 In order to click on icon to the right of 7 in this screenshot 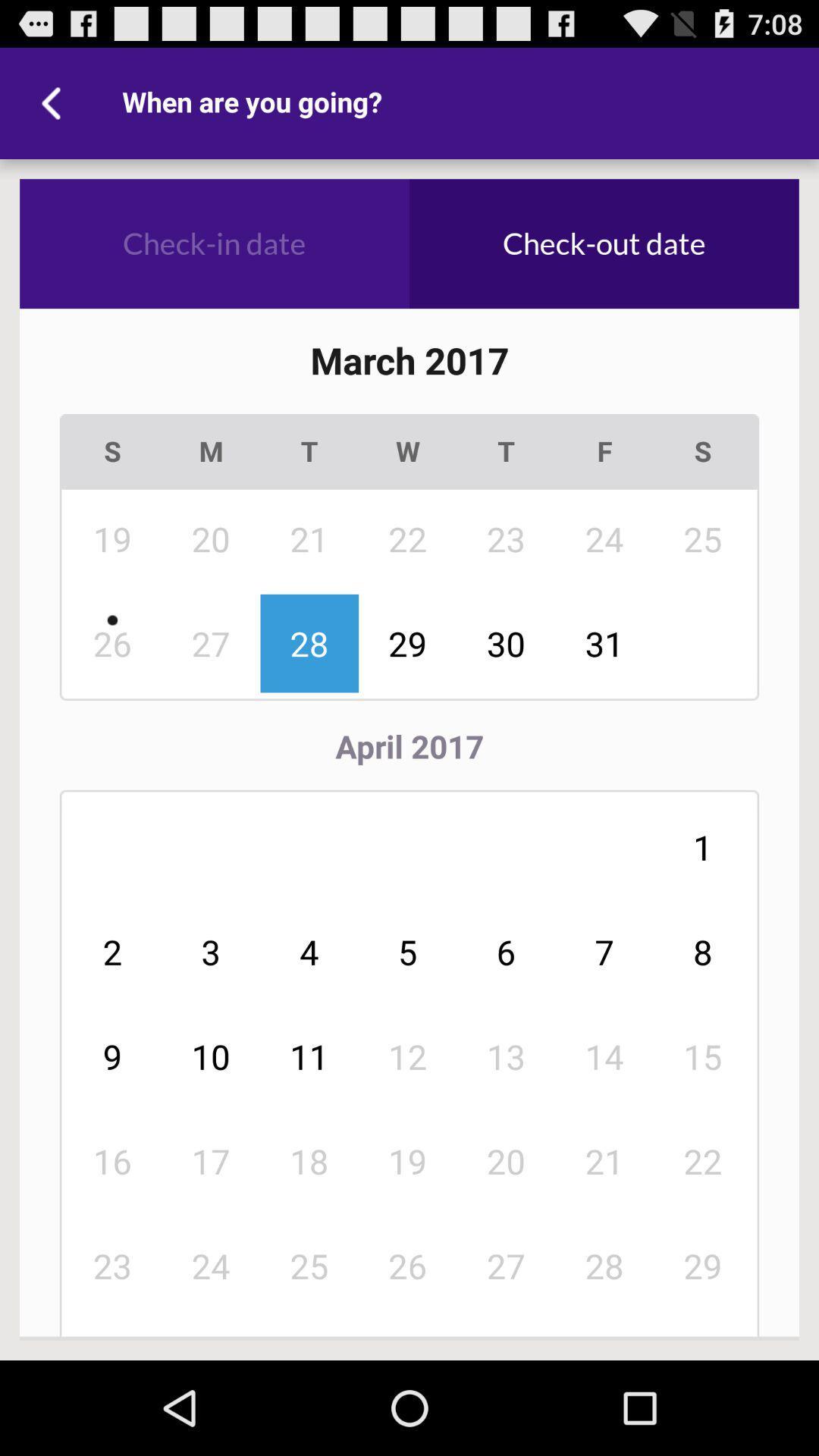, I will do `click(703, 1056)`.